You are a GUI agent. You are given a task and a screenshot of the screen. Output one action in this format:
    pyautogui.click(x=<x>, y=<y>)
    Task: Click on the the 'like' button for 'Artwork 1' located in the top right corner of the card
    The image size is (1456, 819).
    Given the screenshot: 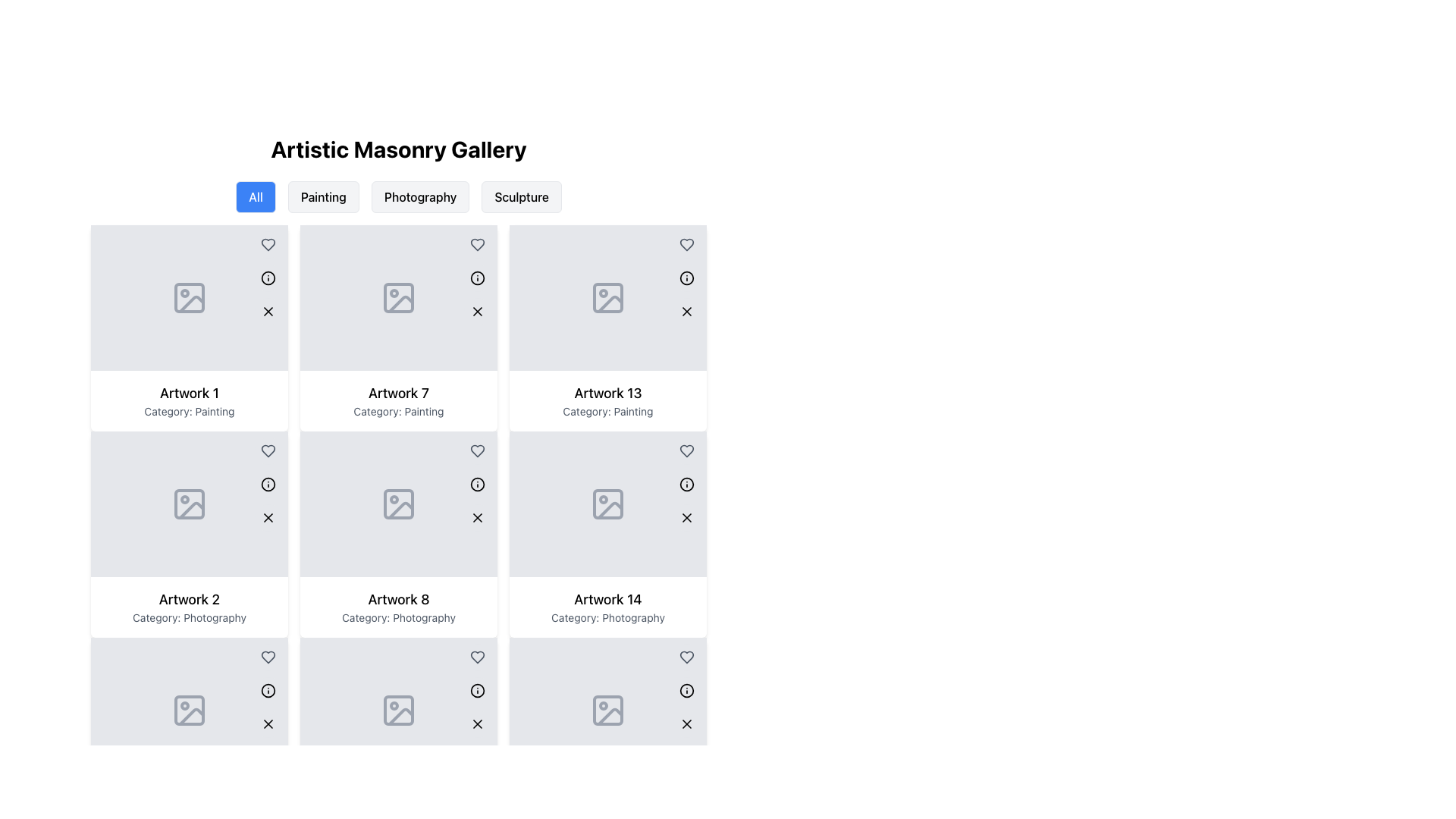 What is the action you would take?
    pyautogui.click(x=268, y=244)
    